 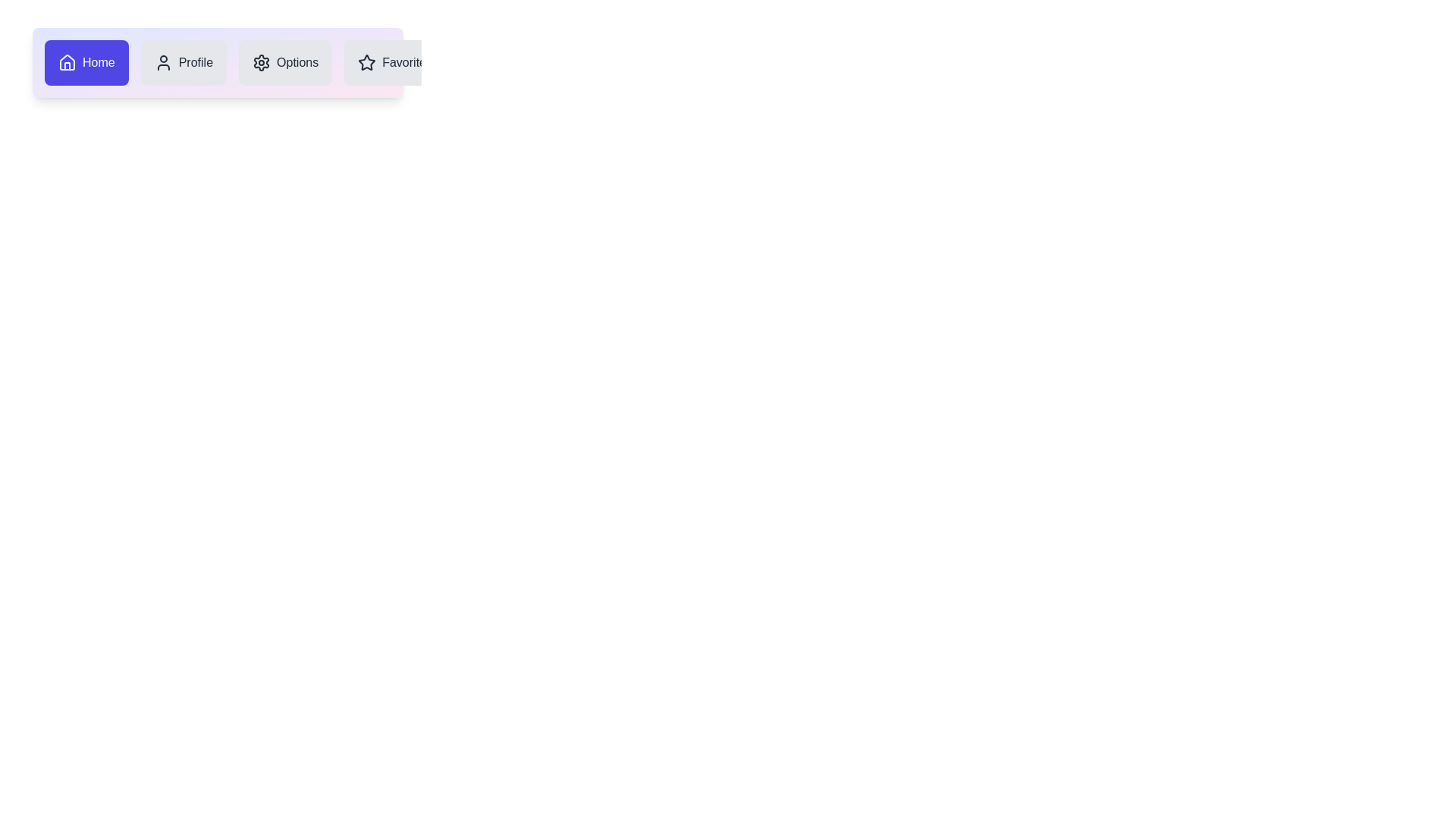 What do you see at coordinates (182, 62) in the screenshot?
I see `the navigation item Profile from the navigation bar` at bounding box center [182, 62].